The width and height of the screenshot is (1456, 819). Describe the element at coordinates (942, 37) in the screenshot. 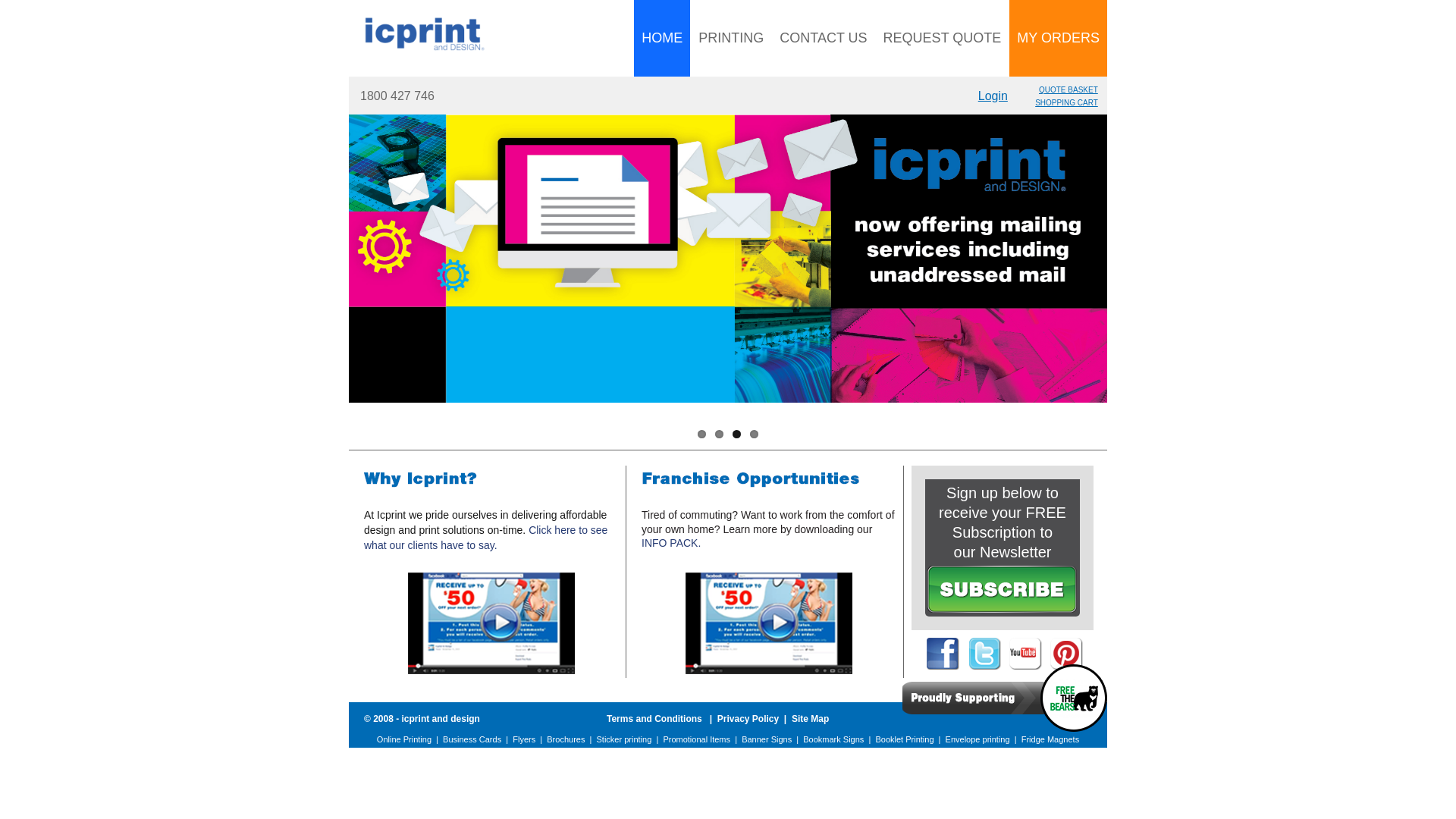

I see `'REQUEST QUOTE'` at that location.